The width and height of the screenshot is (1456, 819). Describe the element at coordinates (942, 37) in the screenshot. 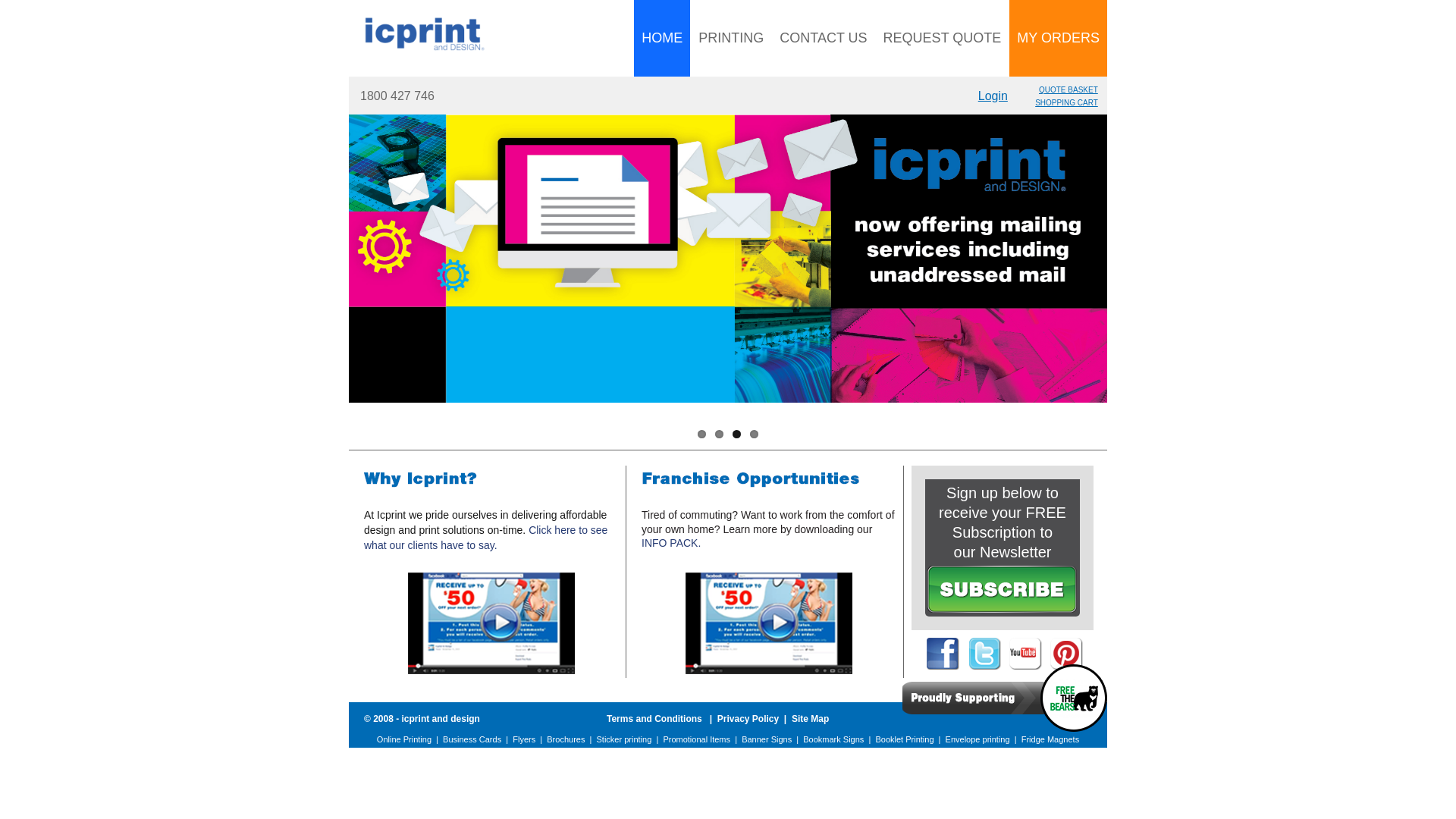

I see `'REQUEST QUOTE'` at that location.